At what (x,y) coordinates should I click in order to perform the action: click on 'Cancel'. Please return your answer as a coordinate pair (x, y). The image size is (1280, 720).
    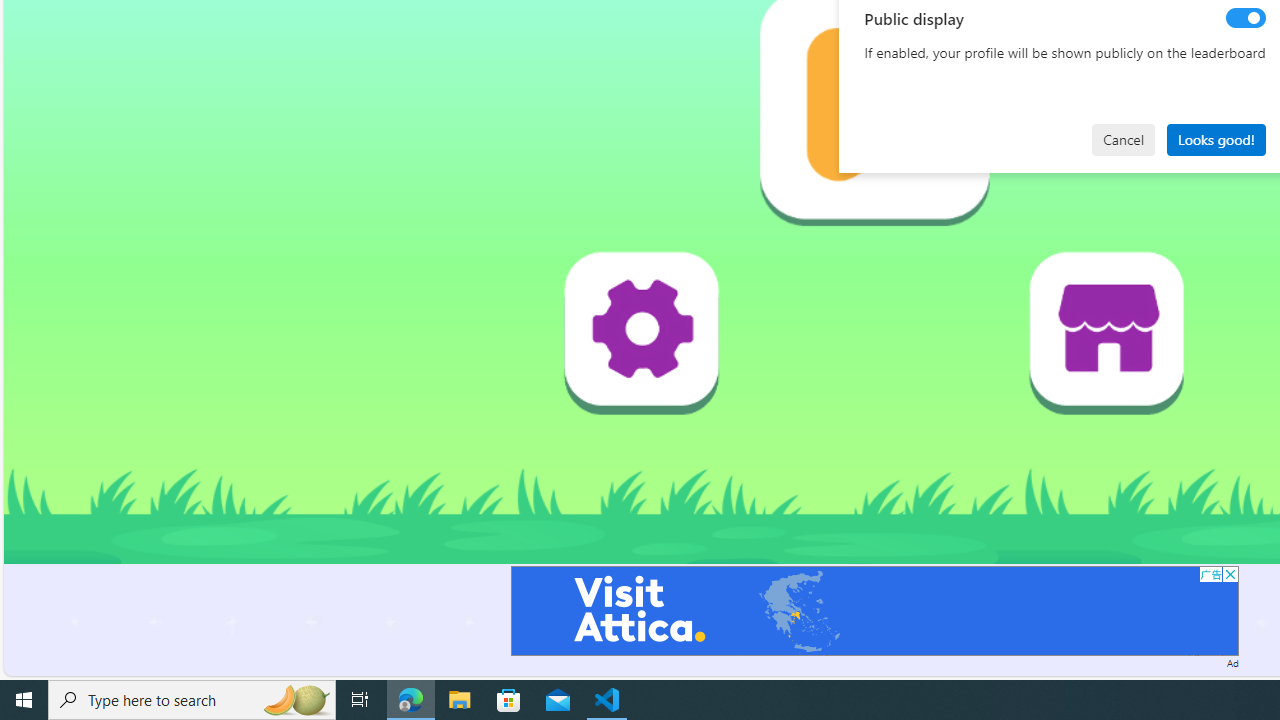
    Looking at the image, I should click on (1123, 138).